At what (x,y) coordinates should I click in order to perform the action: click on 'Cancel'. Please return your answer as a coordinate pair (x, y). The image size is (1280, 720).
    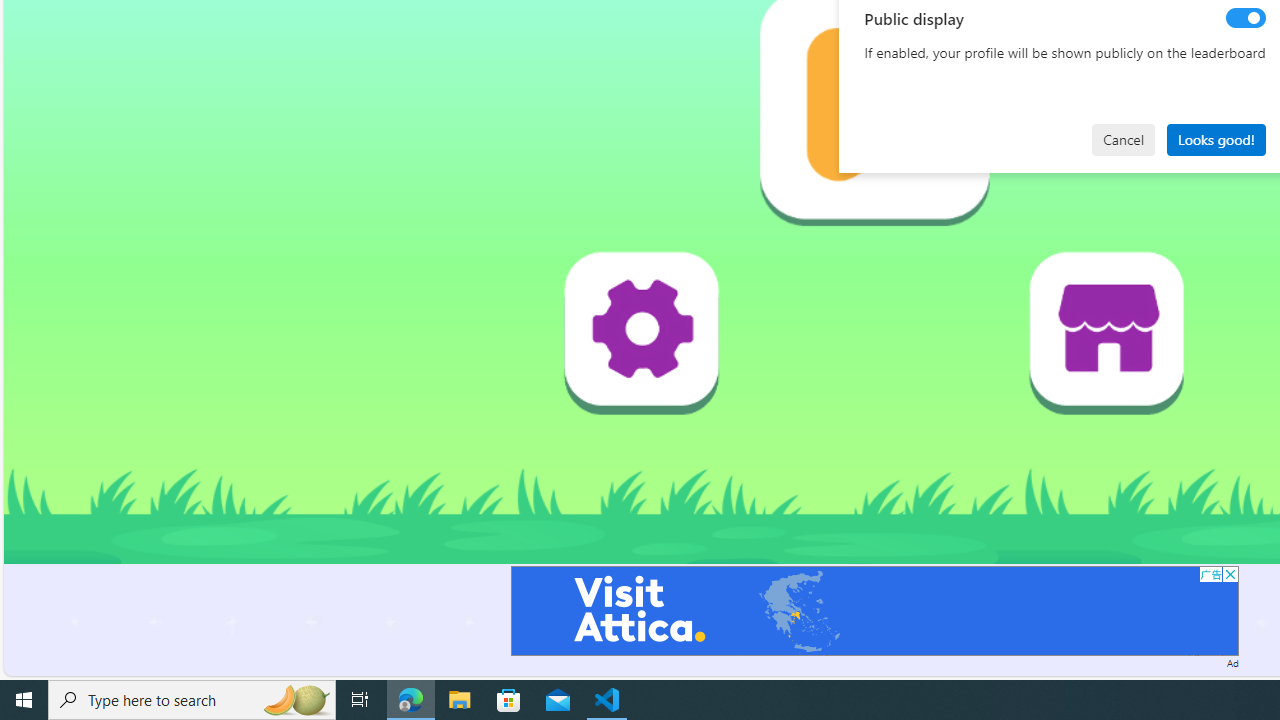
    Looking at the image, I should click on (1123, 138).